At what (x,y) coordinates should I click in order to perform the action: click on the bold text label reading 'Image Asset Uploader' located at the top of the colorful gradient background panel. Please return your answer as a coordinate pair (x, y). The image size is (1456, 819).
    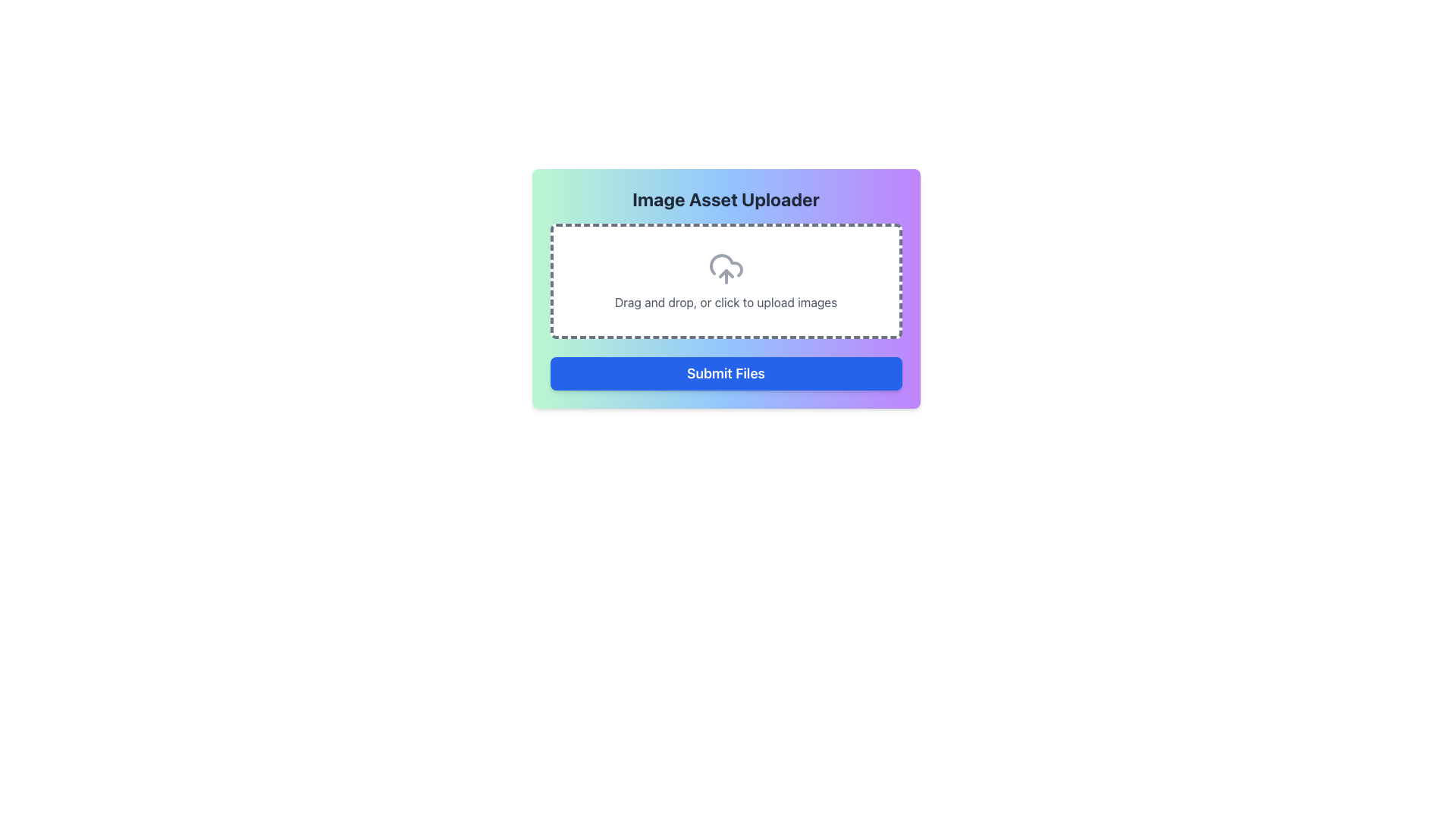
    Looking at the image, I should click on (725, 198).